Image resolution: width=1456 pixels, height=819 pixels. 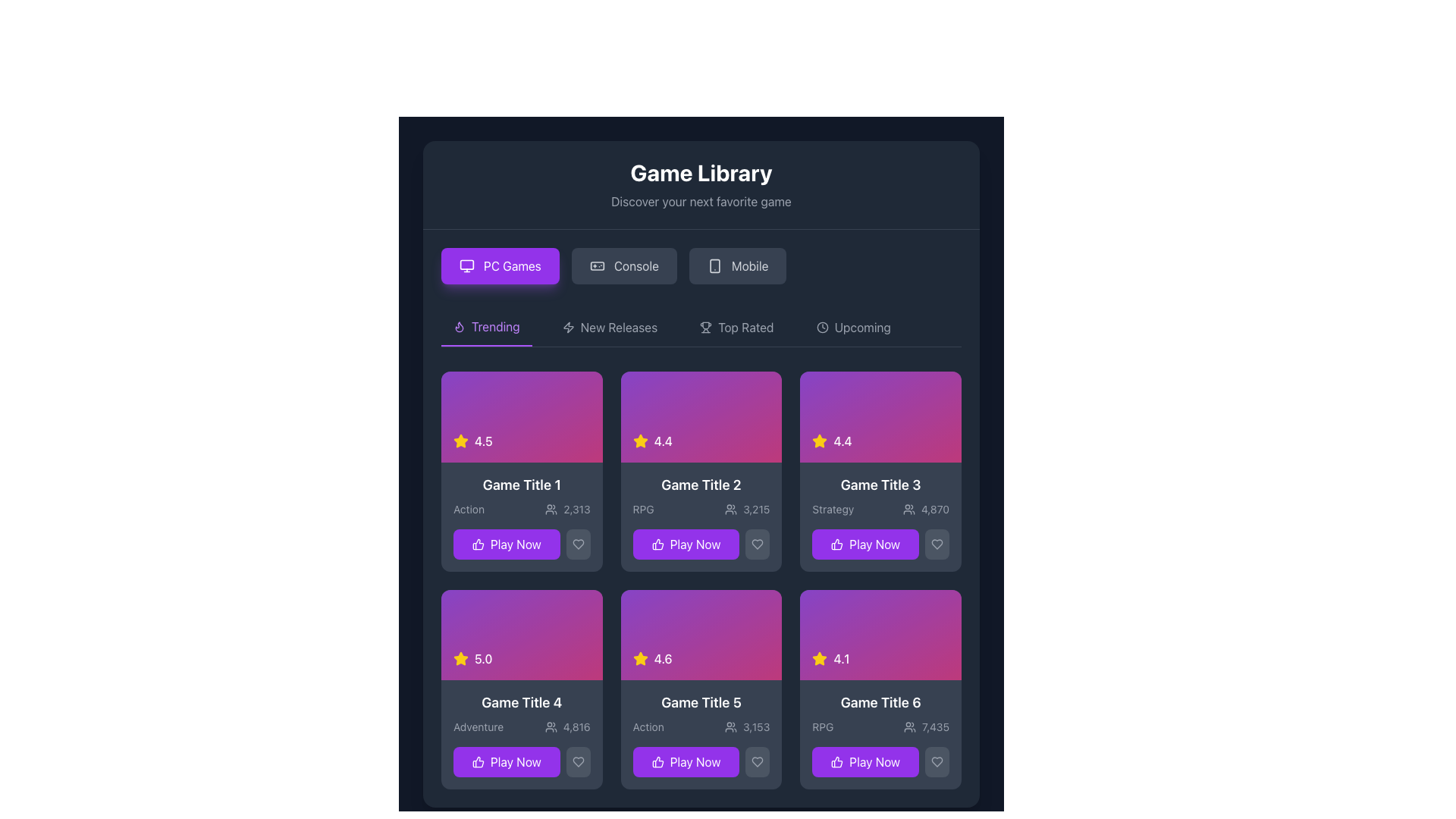 What do you see at coordinates (458, 326) in the screenshot?
I see `the flame icon within the SVG graphic located on the left side of the 'Trending' section header, above the 'Game Title 1' and 'Game Title 2' cards` at bounding box center [458, 326].